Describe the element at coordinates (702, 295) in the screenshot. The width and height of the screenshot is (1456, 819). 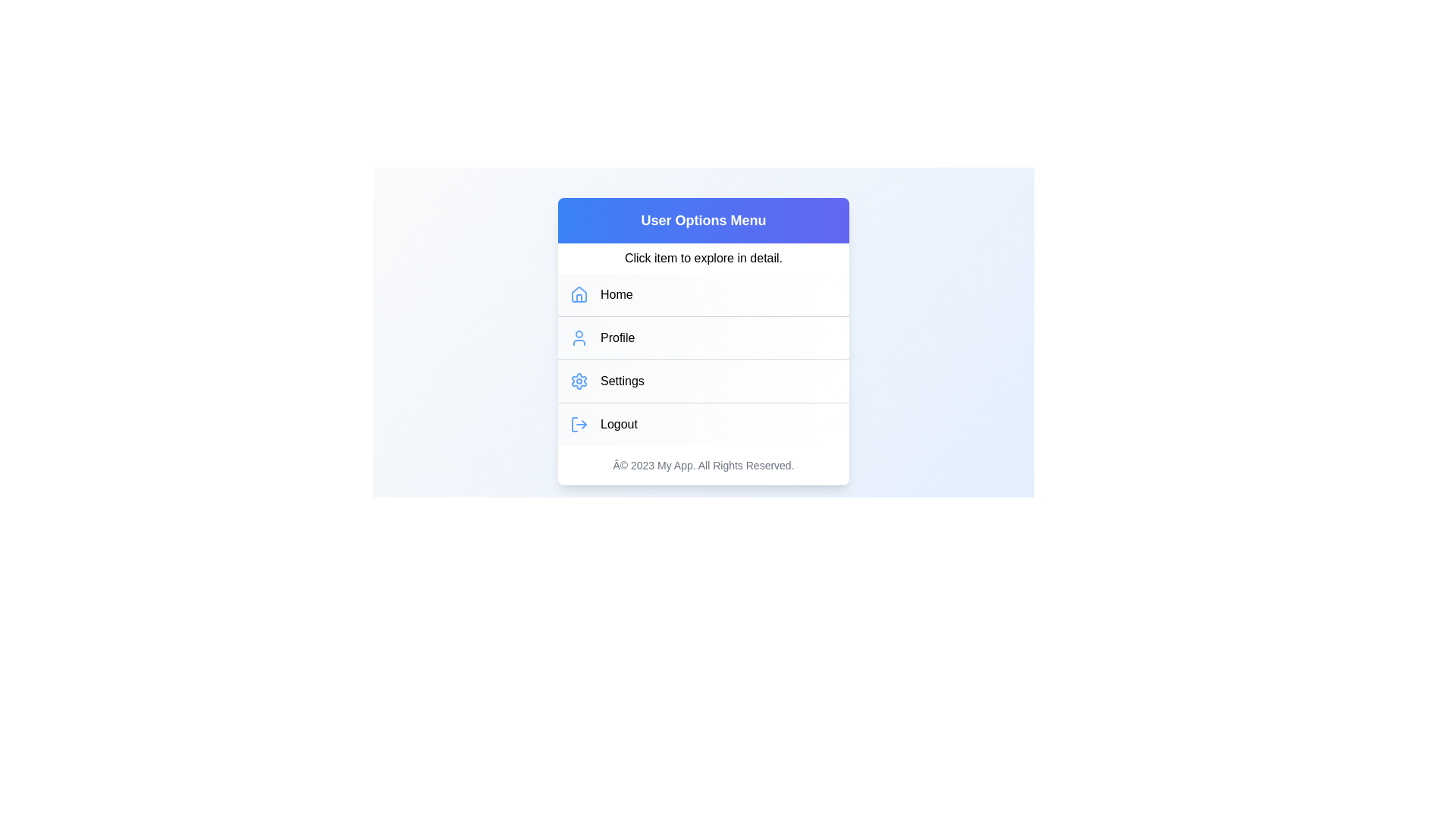
I see `the menu item Home from the UserProfileMenu` at that location.